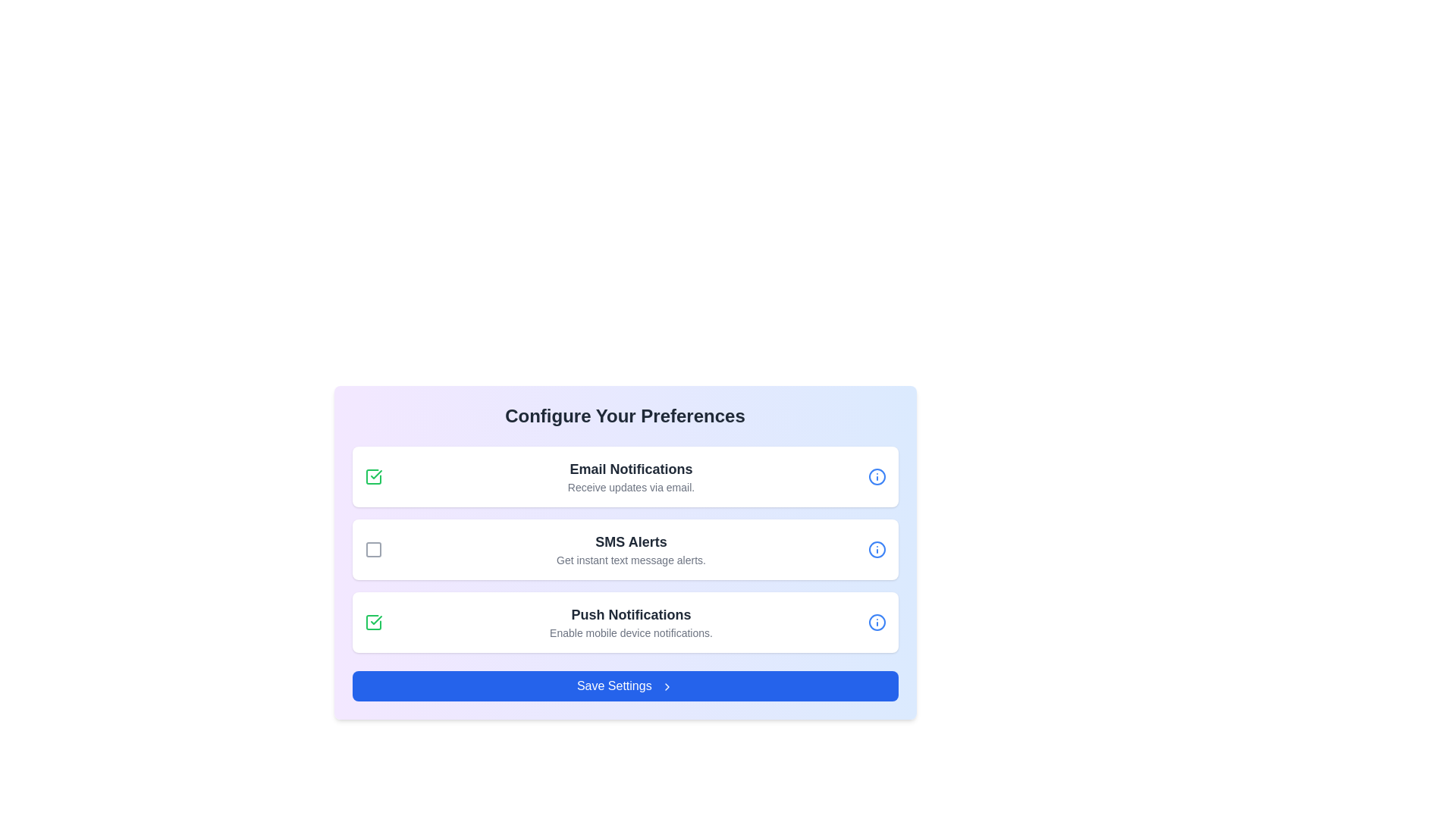  What do you see at coordinates (625, 475) in the screenshot?
I see `the checkbox in the 'Email Notifications' list item` at bounding box center [625, 475].